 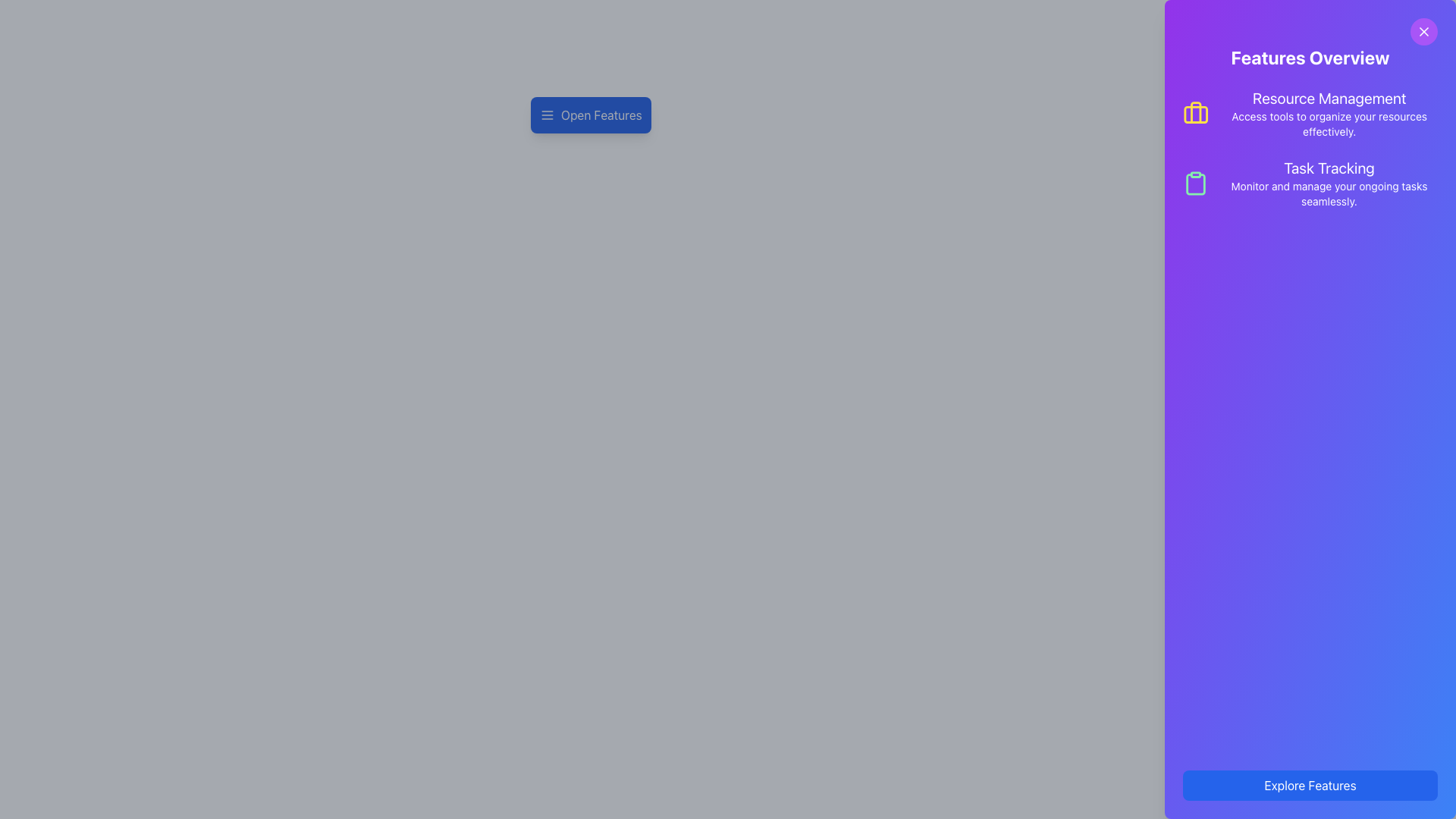 I want to click on the clipboard icon located on the right-hand panel, below the 'Resource Management' icon in the 'Features Overview' section to interact with it, so click(x=1194, y=184).